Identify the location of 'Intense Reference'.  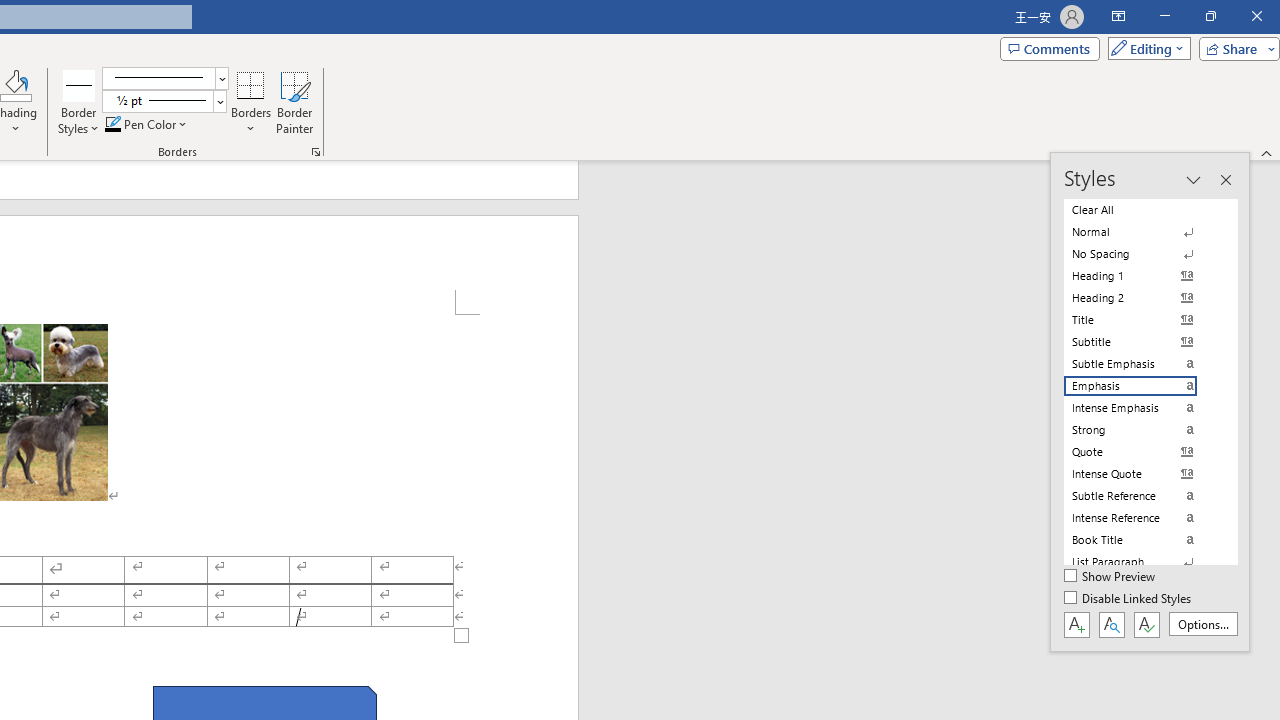
(1142, 517).